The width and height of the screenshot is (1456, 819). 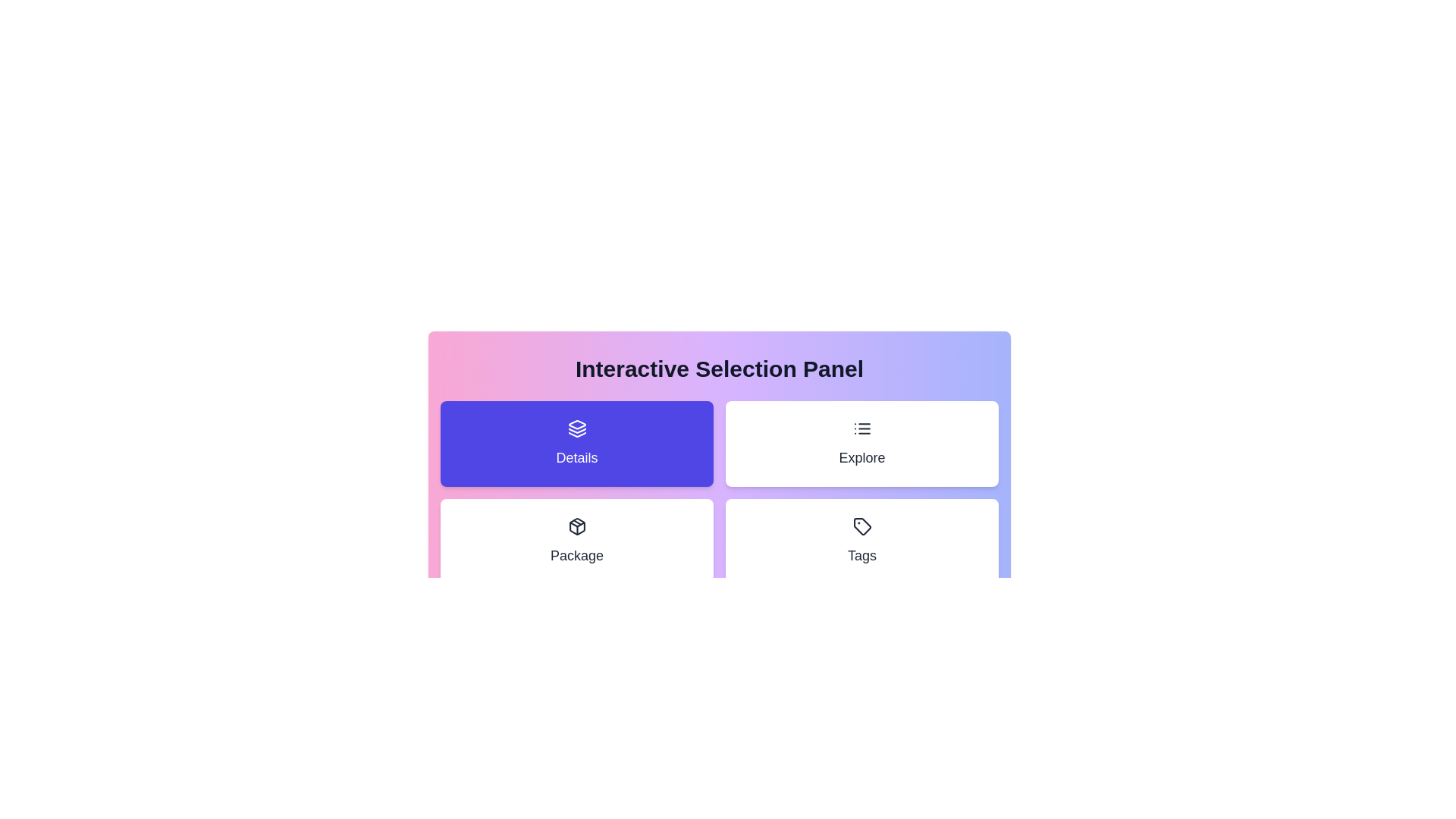 I want to click on the interactive button labeled 'Package' located in the bottom-left part of the grid layout, specifically the third card below the 'Details' card and to the left of the 'Tags' card, so click(x=576, y=540).